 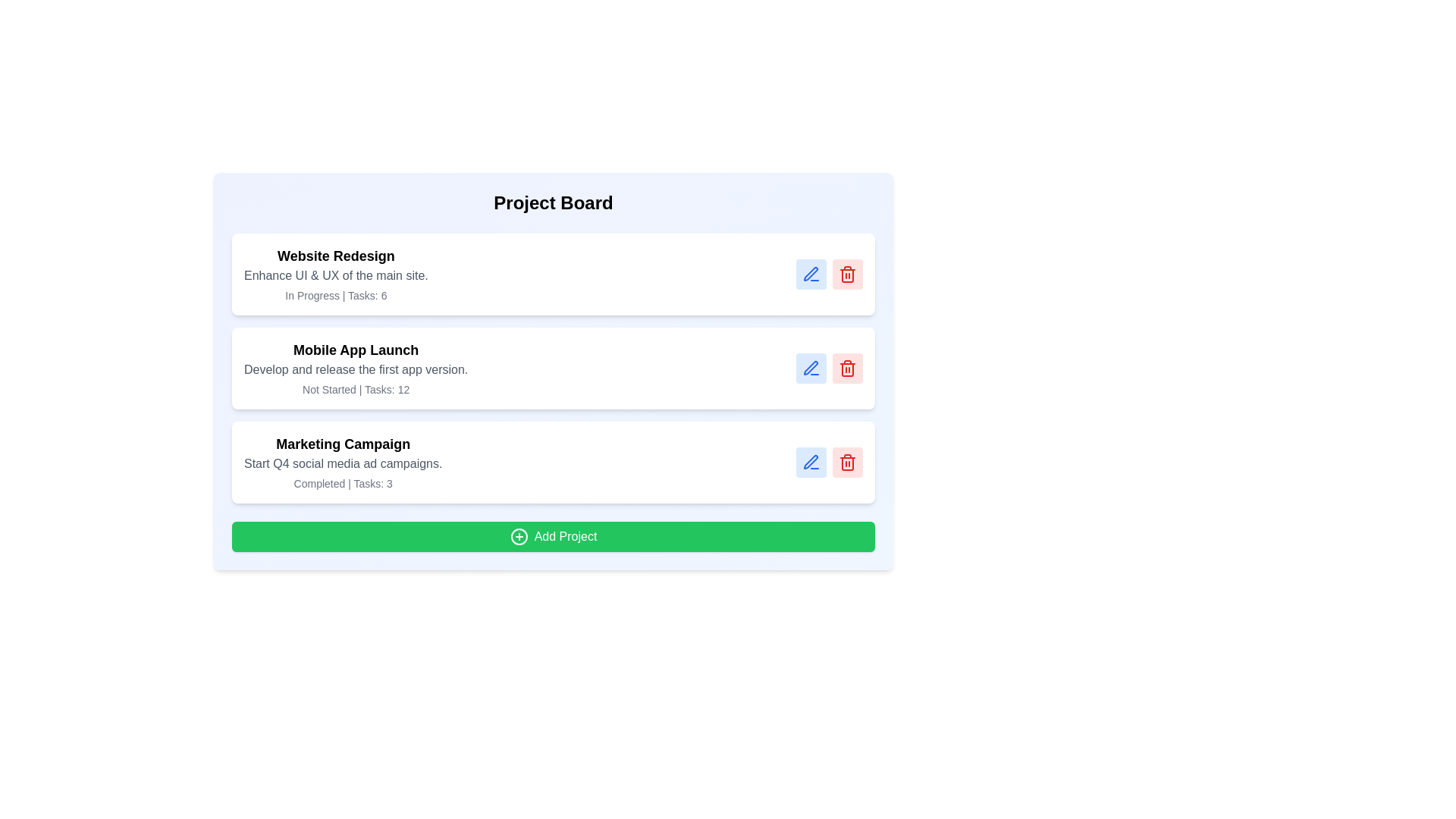 I want to click on the delete button for the project named Website Redesign, so click(x=847, y=275).